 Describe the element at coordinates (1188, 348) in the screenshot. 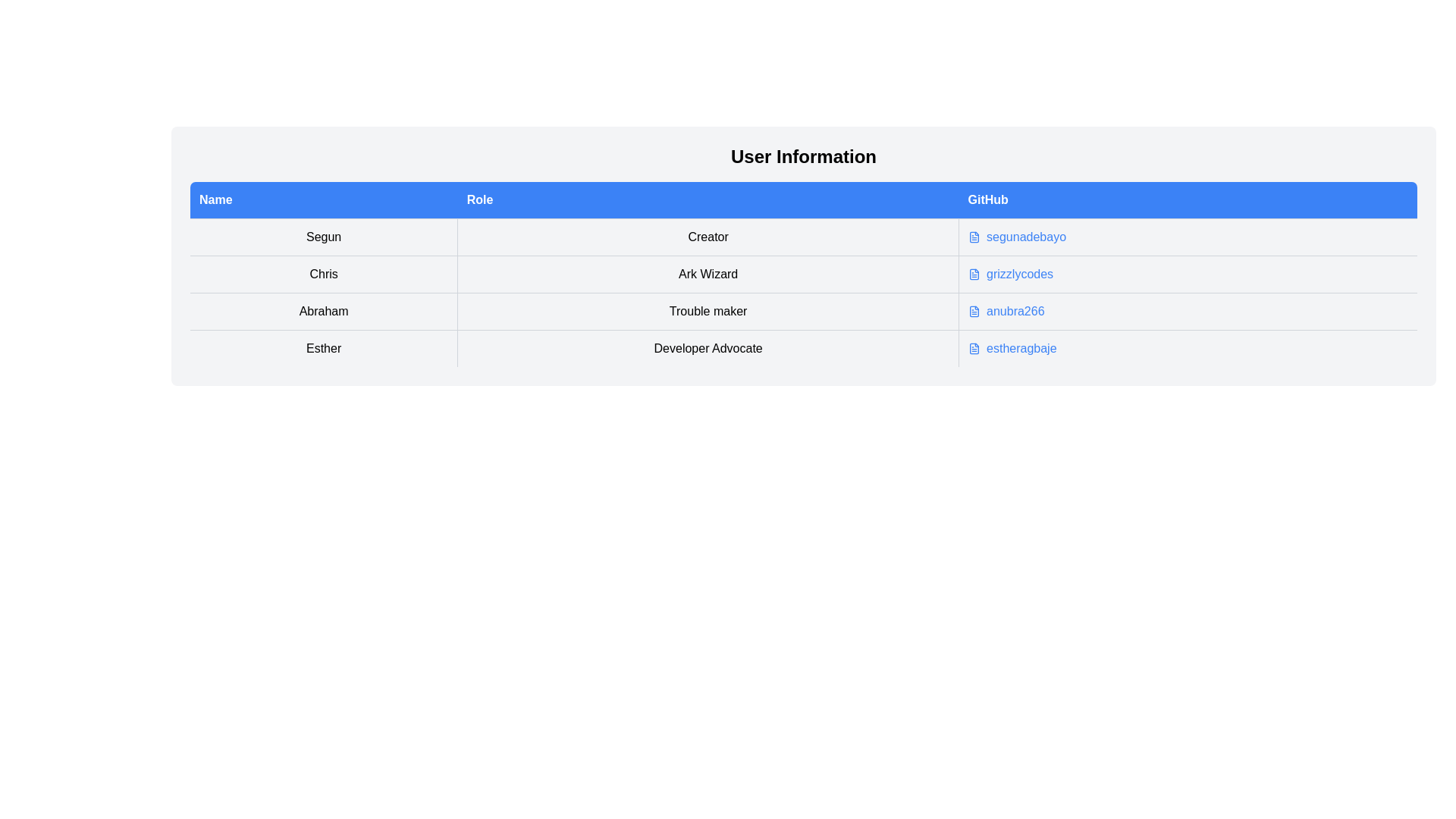

I see `interactive link labeled 'estheragbaje' with a file icon located in the fourth row under the 'GitHub' column` at that location.